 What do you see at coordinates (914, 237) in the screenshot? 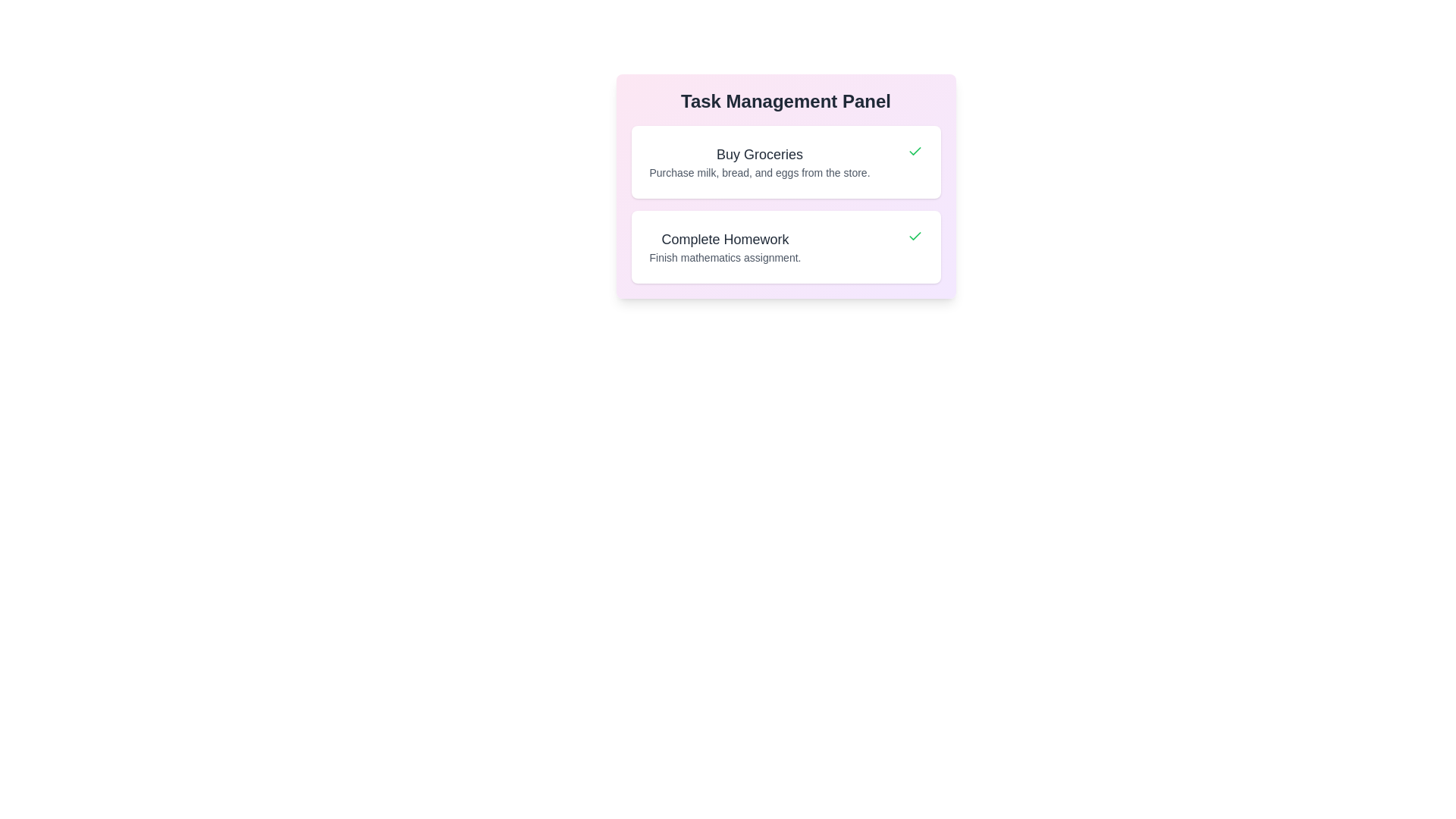
I see `'Complete Task' button for the task 'Complete Homework'` at bounding box center [914, 237].